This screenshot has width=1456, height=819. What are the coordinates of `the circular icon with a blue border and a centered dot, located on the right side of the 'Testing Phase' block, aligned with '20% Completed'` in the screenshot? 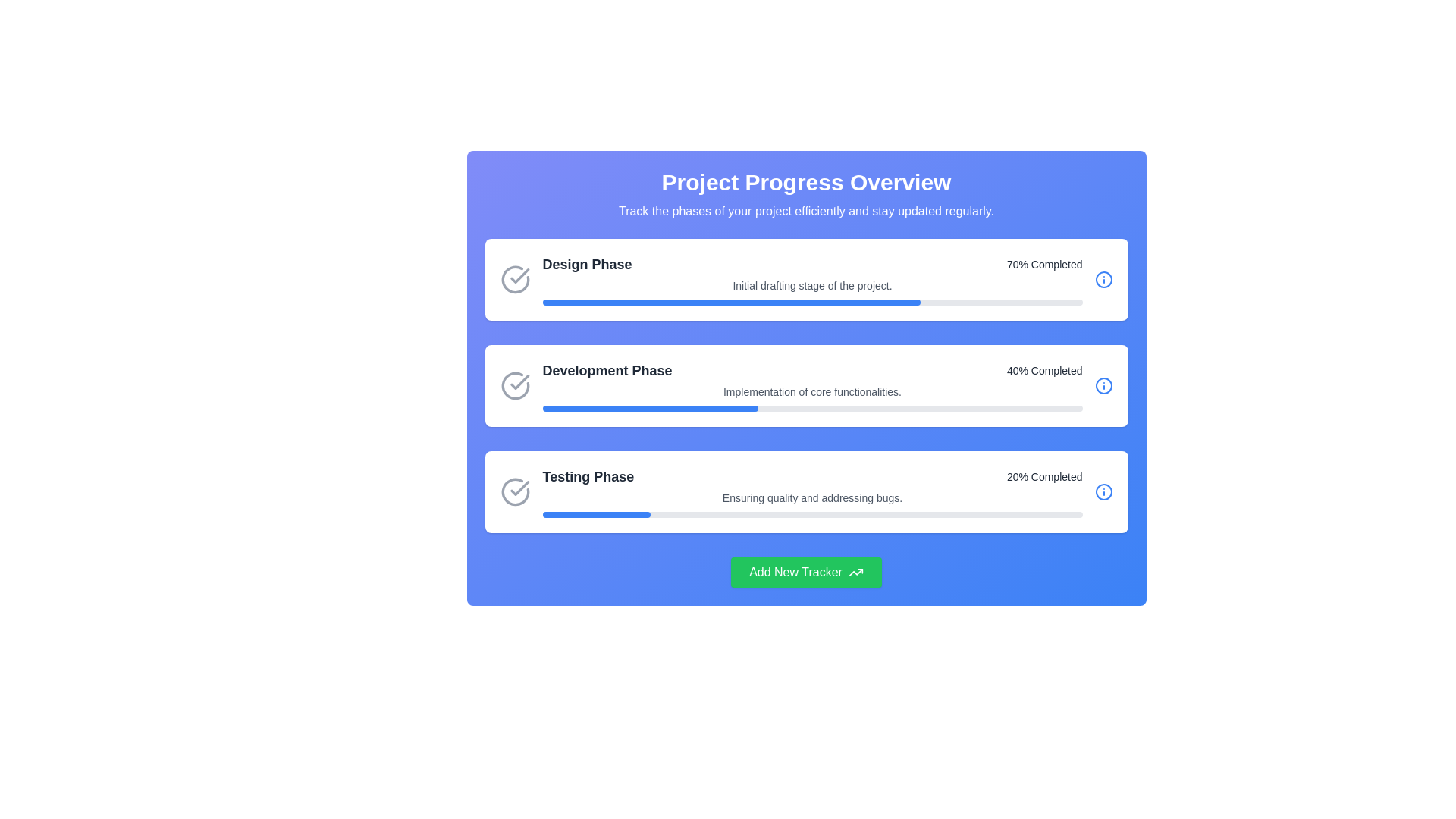 It's located at (1103, 491).